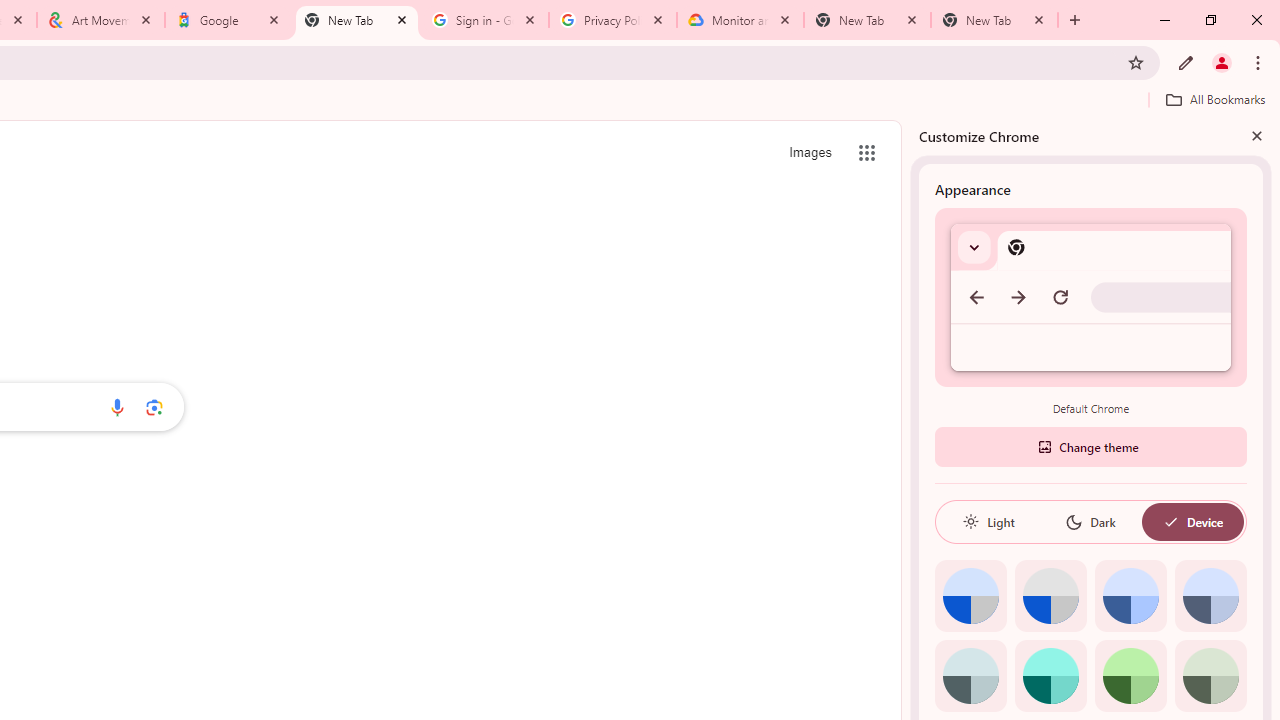  Describe the element at coordinates (1170, 521) in the screenshot. I see `'AutomationID: baseSvg'` at that location.